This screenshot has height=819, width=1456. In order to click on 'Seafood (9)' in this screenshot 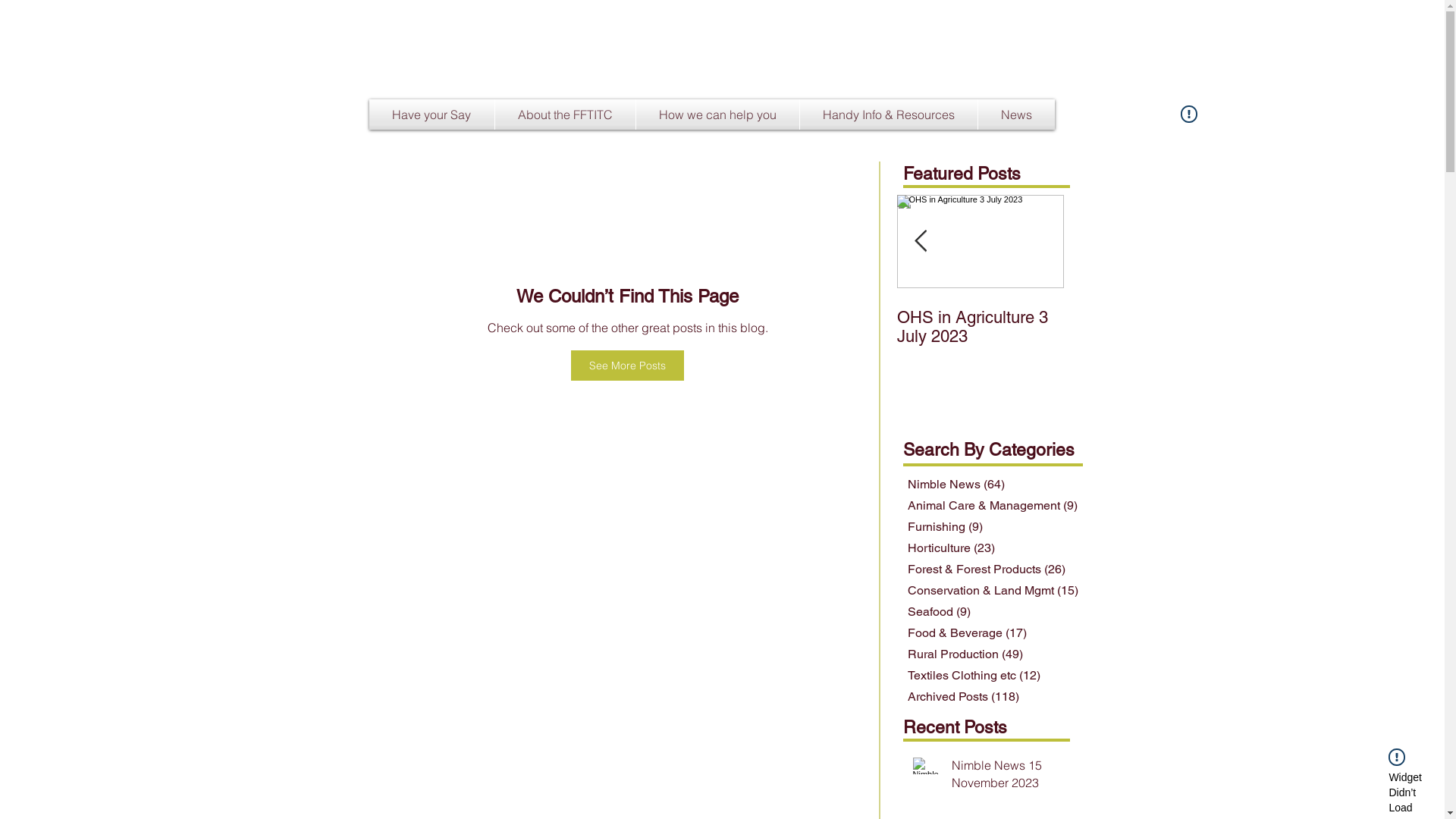, I will do `click(993, 610)`.